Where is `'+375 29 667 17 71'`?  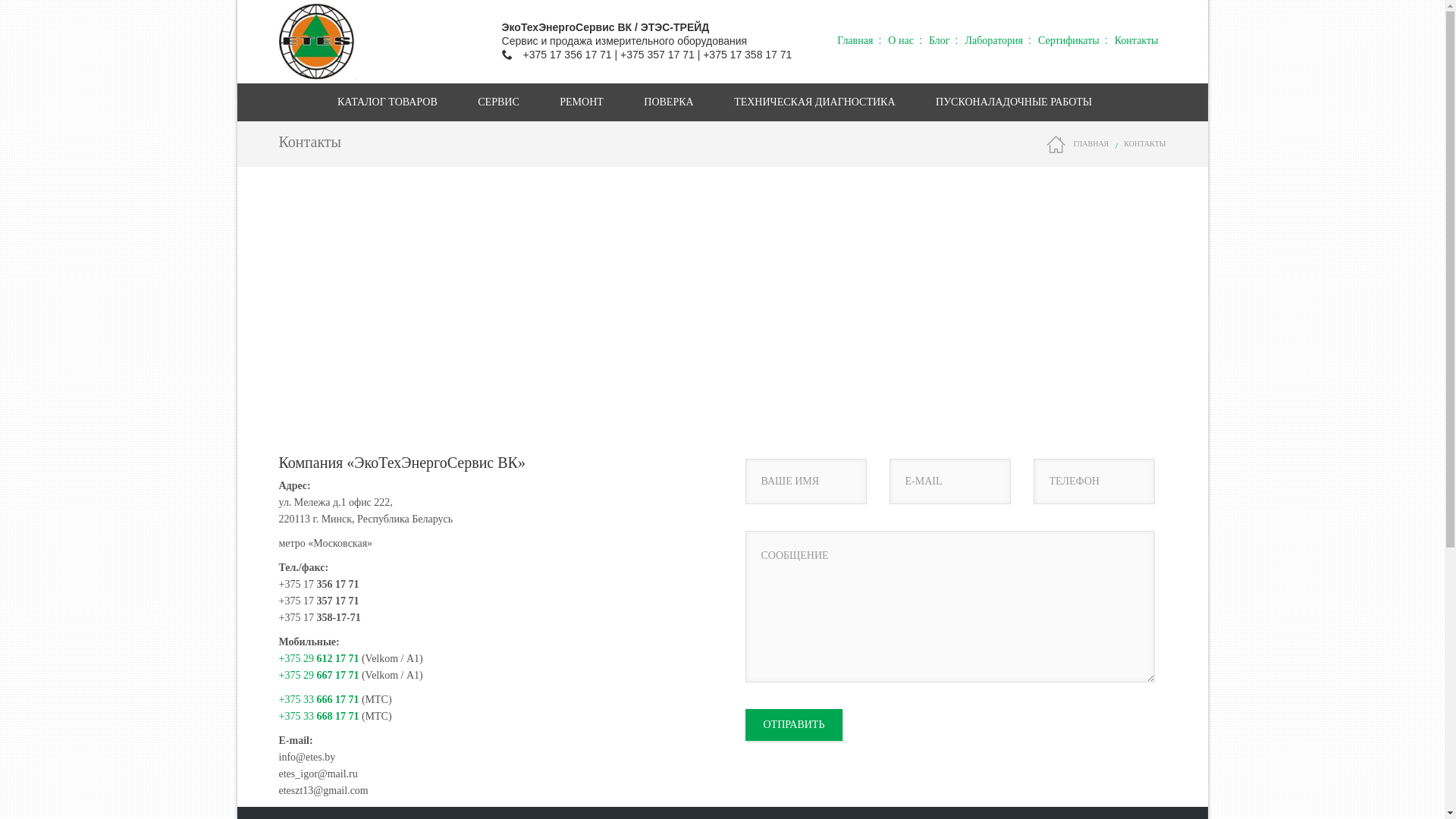 '+375 29 667 17 71' is located at coordinates (279, 674).